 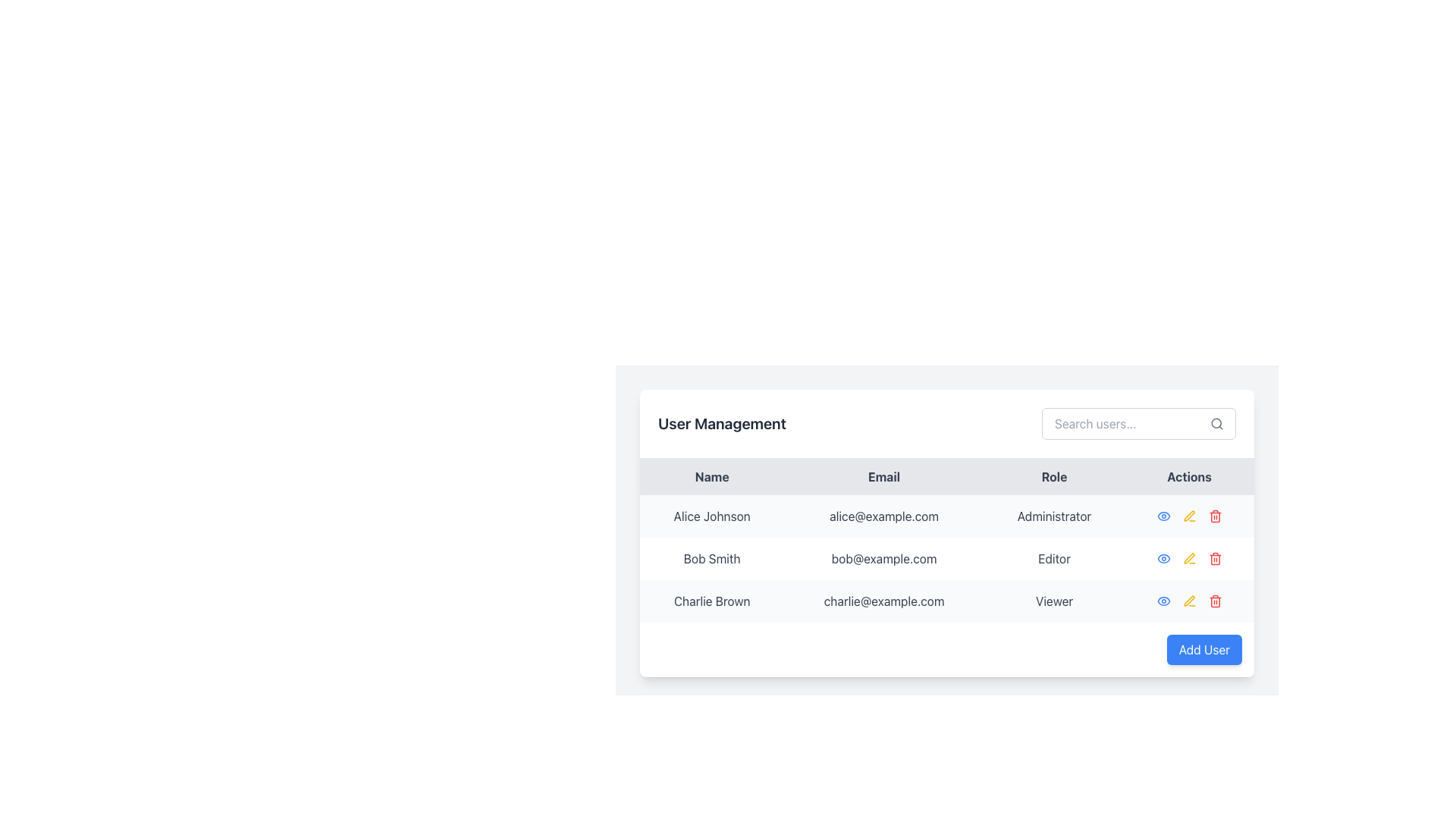 What do you see at coordinates (1215, 601) in the screenshot?
I see `the red trash bin button in the 'Actions' column of the row for 'Charlie Brown'` at bounding box center [1215, 601].